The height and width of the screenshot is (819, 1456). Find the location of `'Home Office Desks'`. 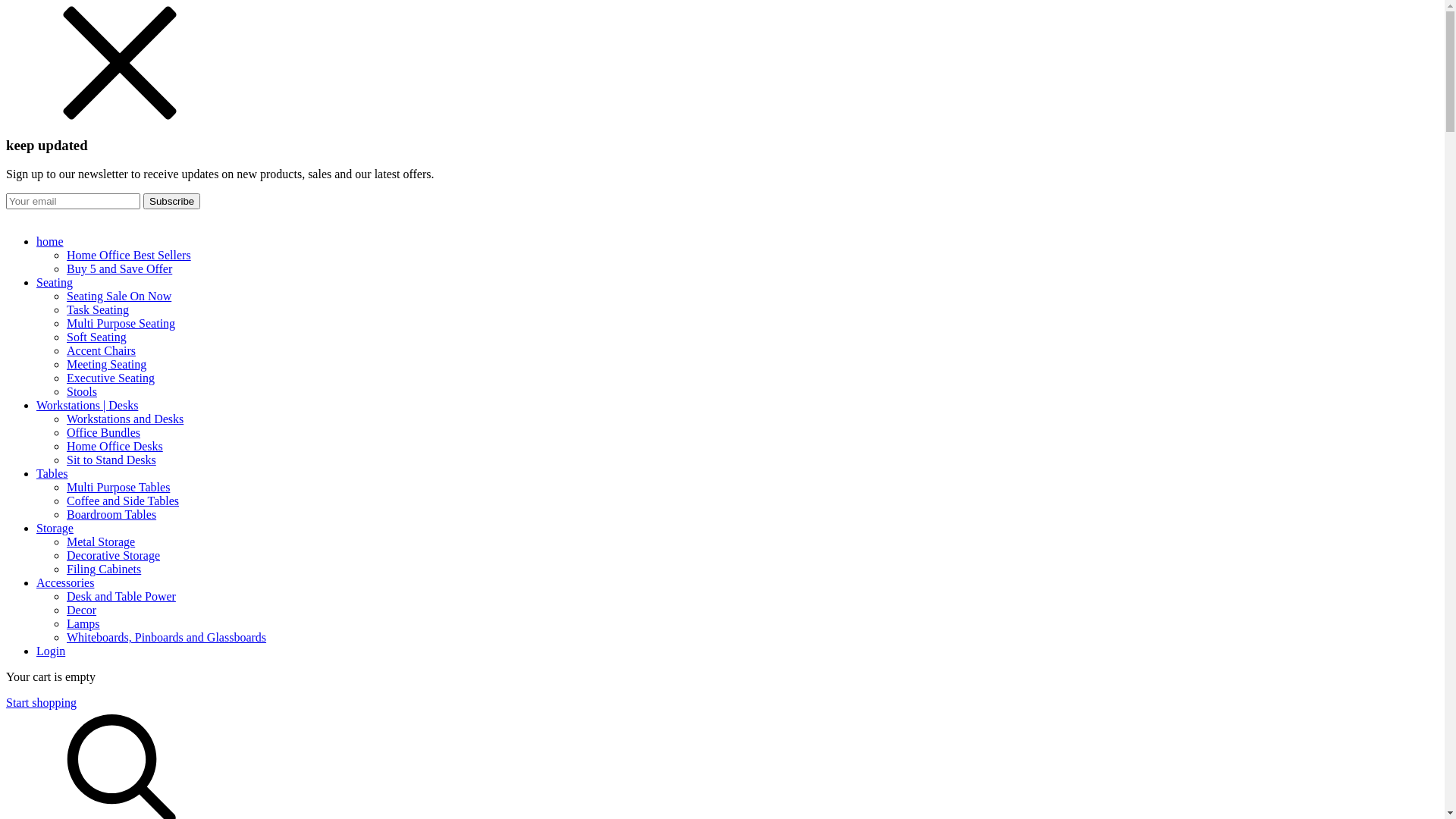

'Home Office Desks' is located at coordinates (65, 445).